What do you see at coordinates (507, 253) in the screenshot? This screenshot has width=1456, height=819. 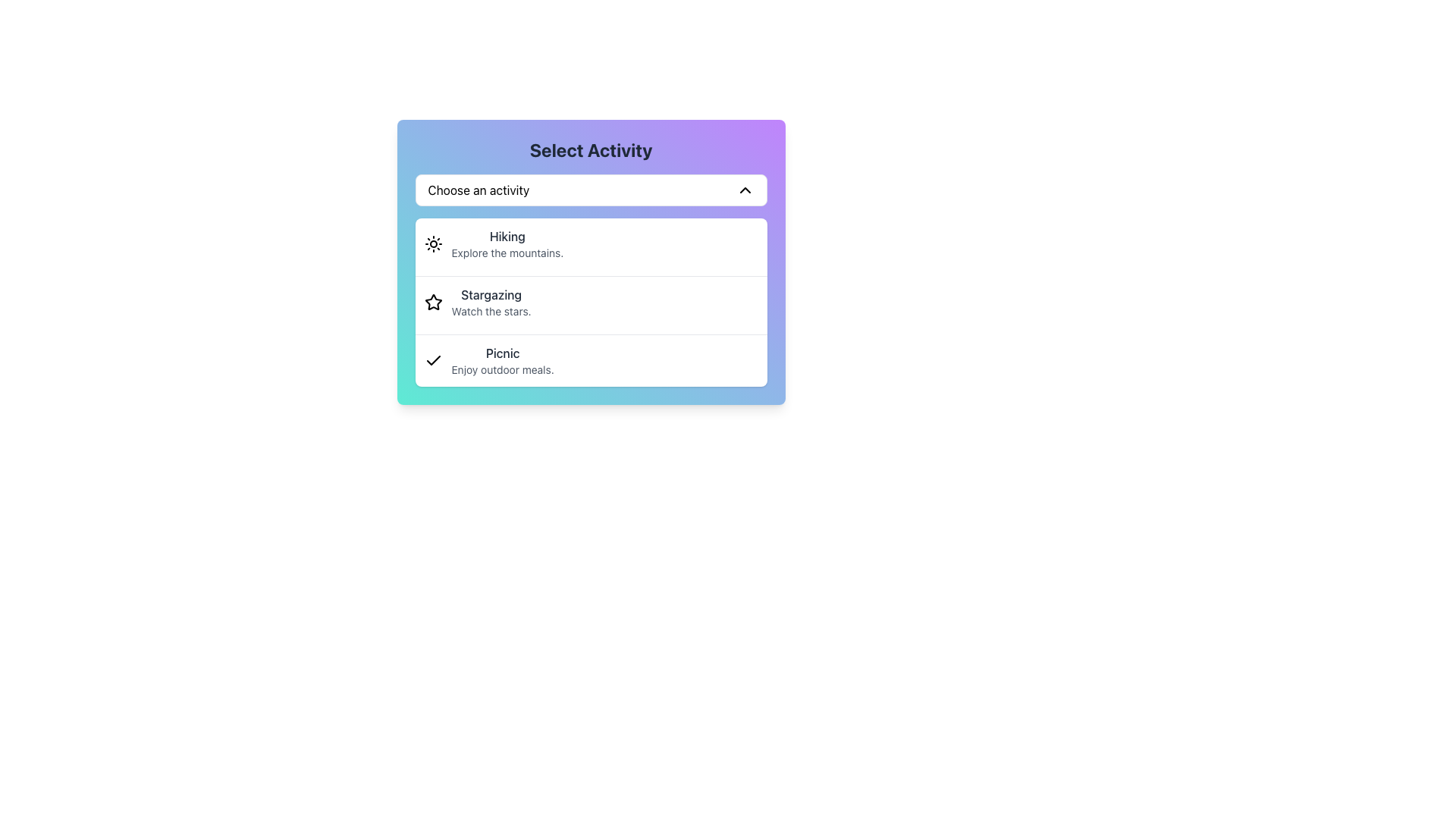 I see `the static text label reading 'Explore the mountains.' which is located beneath the 'Hiking' heading in the dropdown menu of activity options` at bounding box center [507, 253].